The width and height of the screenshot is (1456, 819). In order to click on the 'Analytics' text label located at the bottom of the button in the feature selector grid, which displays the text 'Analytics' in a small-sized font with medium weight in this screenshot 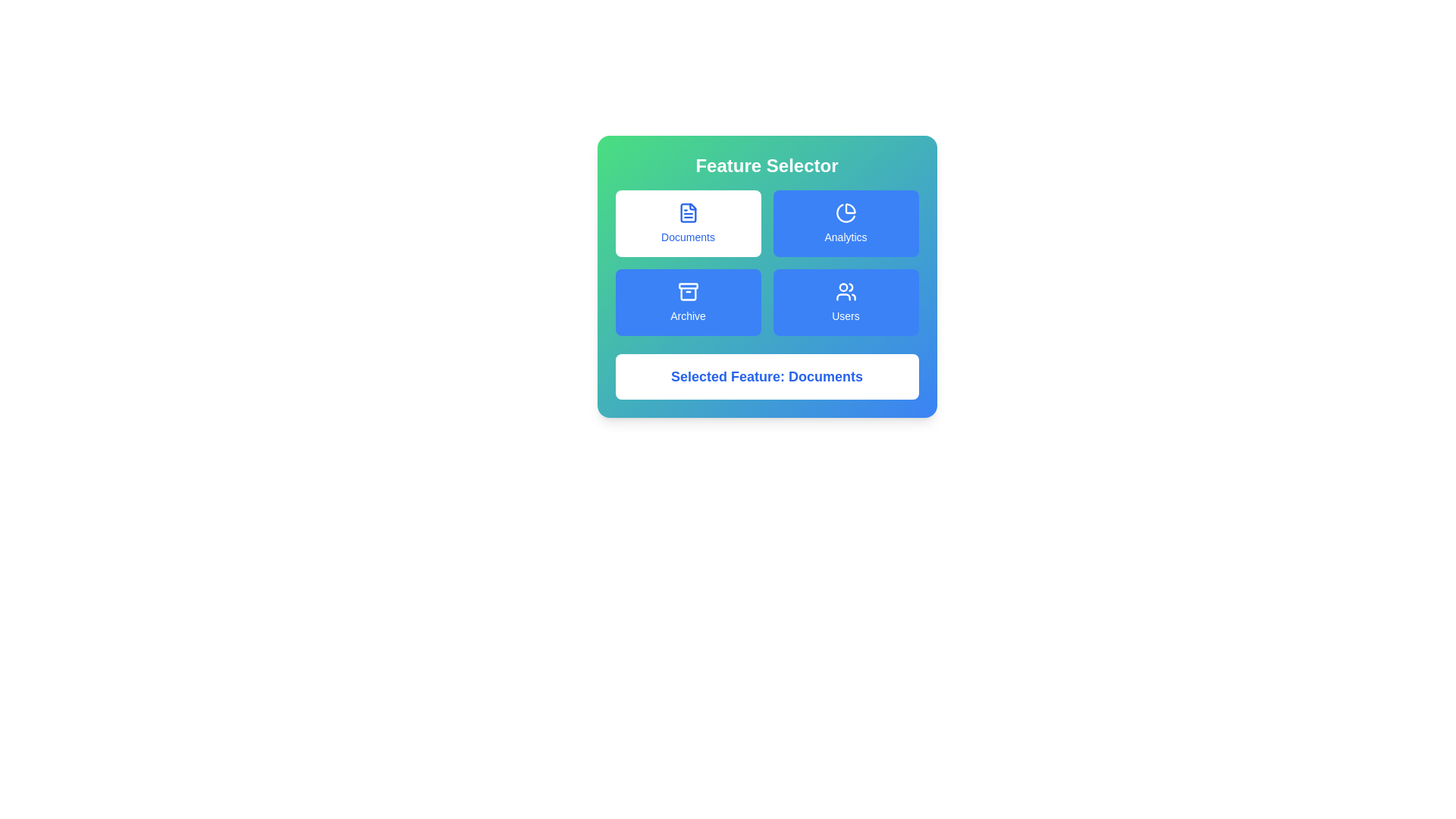, I will do `click(845, 237)`.